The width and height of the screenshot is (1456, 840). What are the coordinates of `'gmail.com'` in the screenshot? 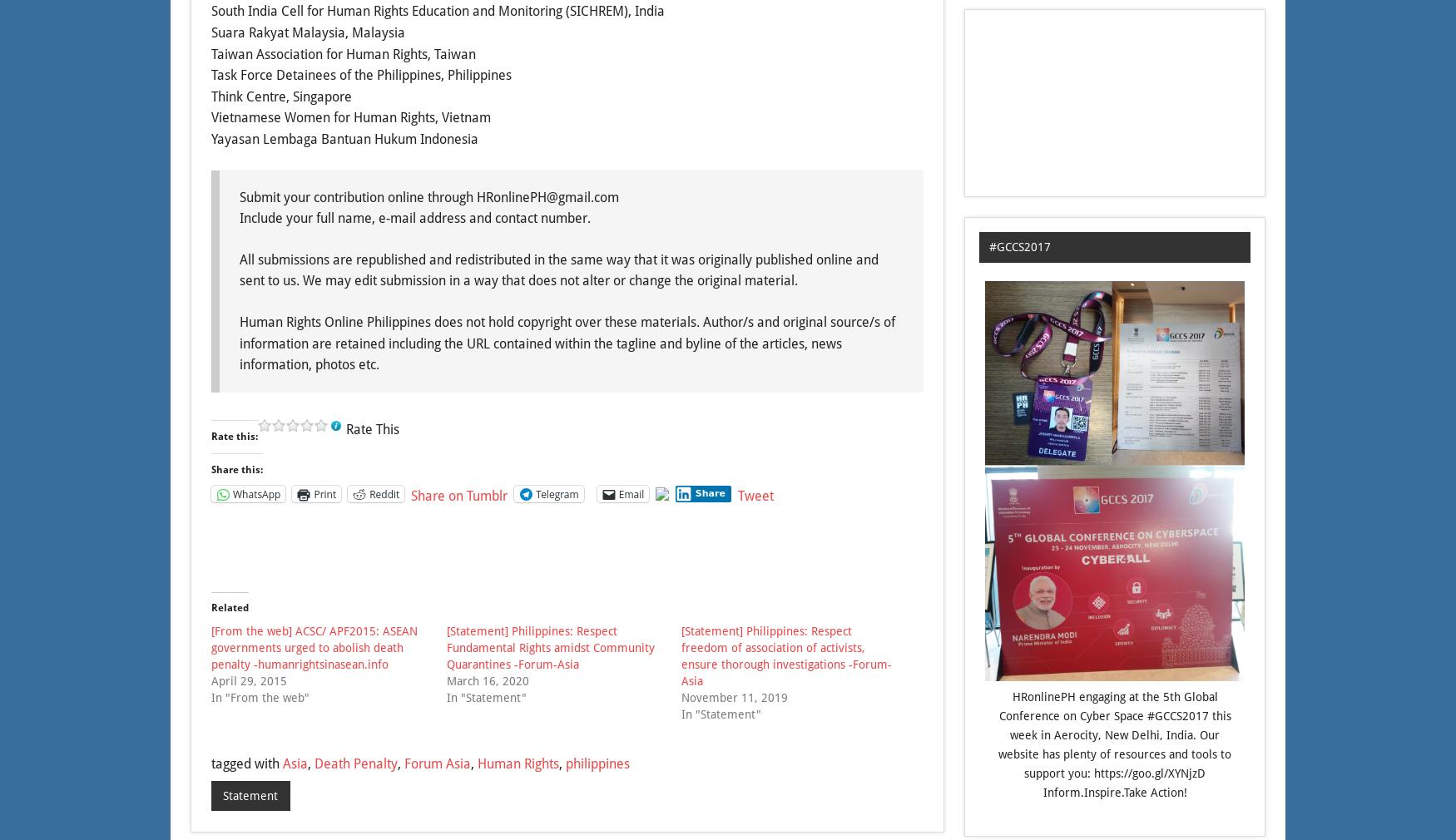 It's located at (557, 195).